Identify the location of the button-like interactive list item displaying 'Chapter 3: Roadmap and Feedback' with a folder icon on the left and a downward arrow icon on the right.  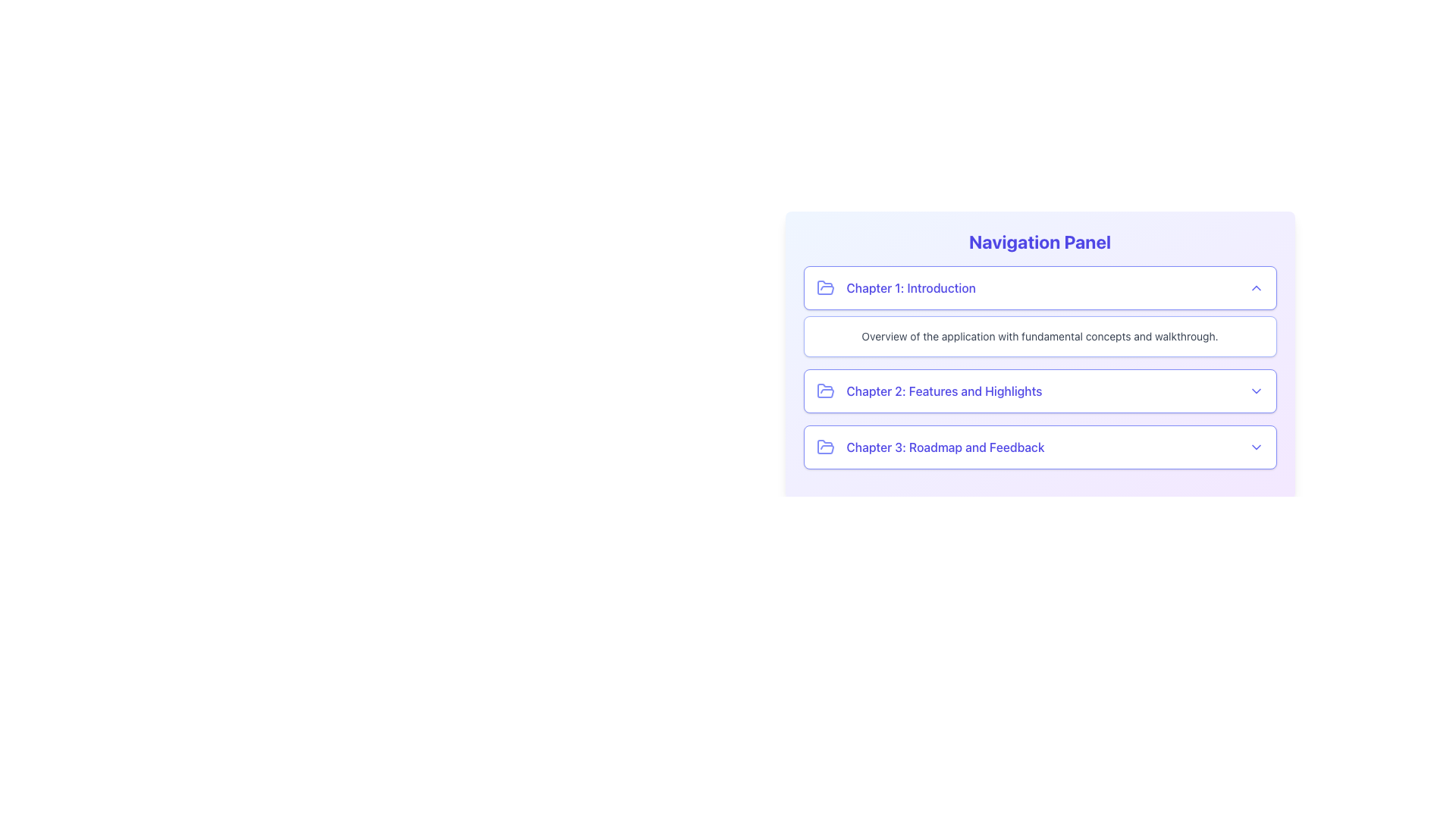
(1039, 447).